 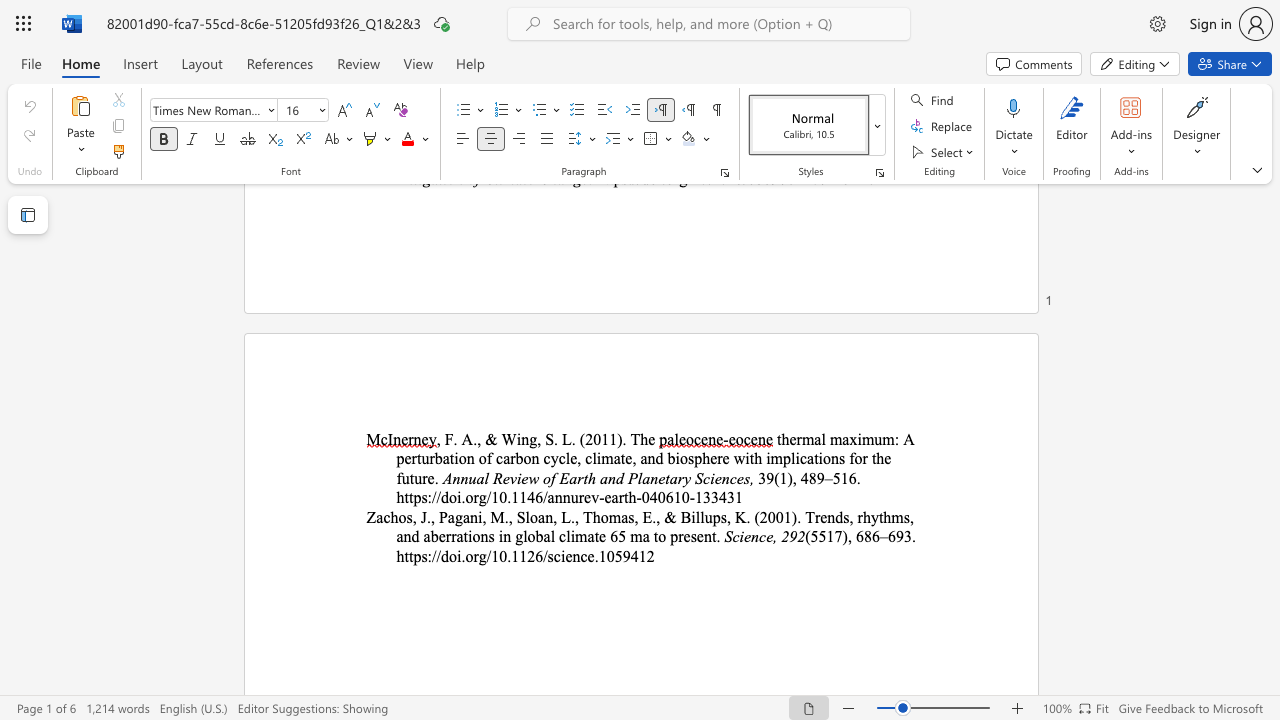 What do you see at coordinates (435, 438) in the screenshot?
I see `the subset text ", F. A., & Wing, S." within the text ", F. A., & Wing, S. L. (2011). The"` at bounding box center [435, 438].